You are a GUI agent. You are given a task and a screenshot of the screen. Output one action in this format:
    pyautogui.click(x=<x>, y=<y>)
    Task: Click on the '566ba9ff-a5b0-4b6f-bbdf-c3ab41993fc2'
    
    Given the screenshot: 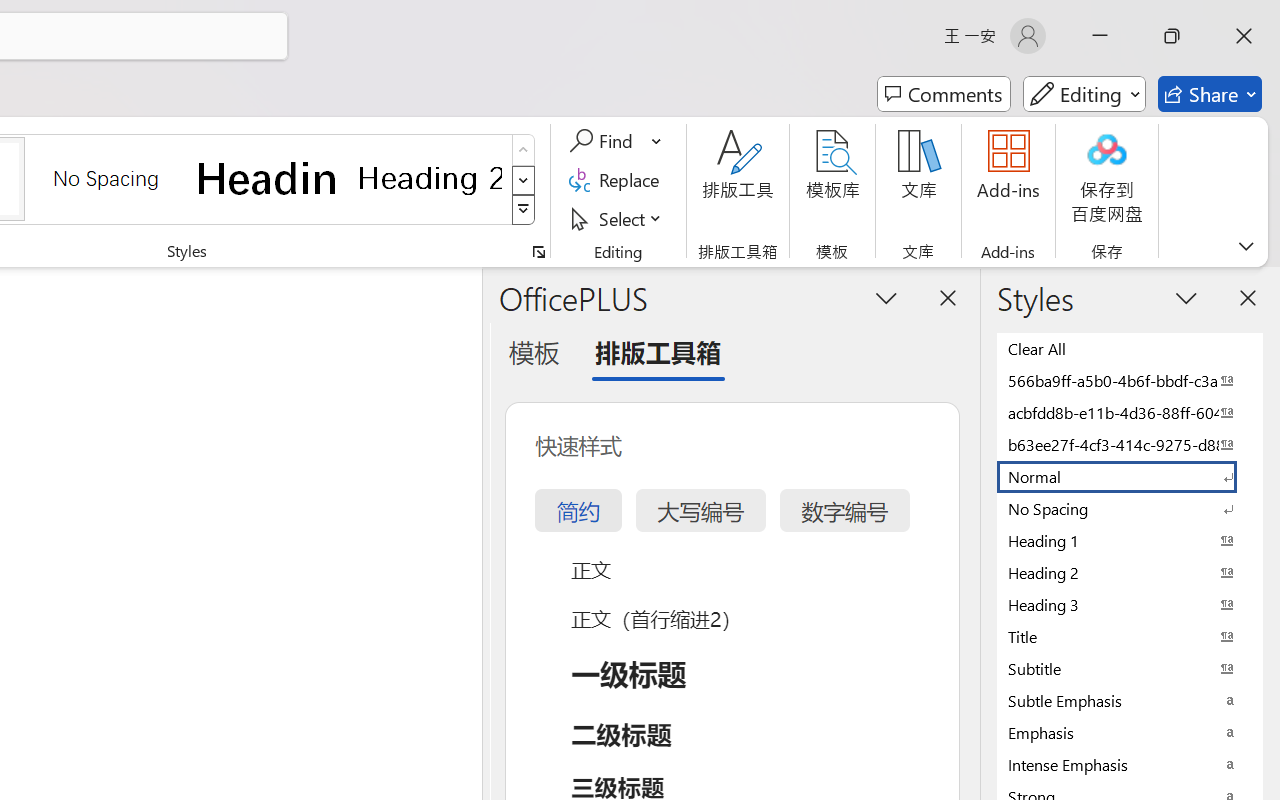 What is the action you would take?
    pyautogui.click(x=1130, y=379)
    